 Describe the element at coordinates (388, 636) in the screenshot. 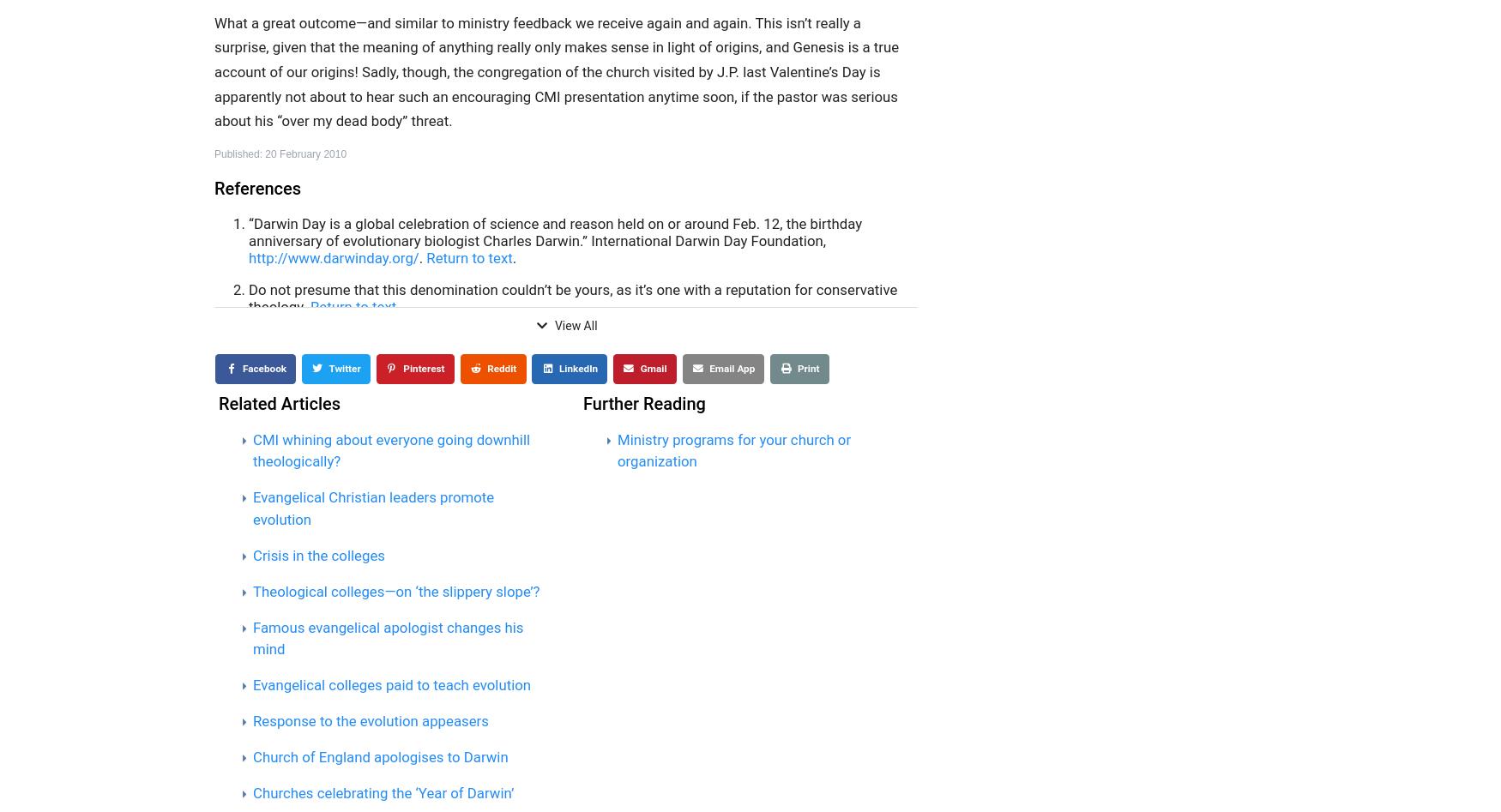

I see `'Famous evangelical apologist changes his mind'` at that location.